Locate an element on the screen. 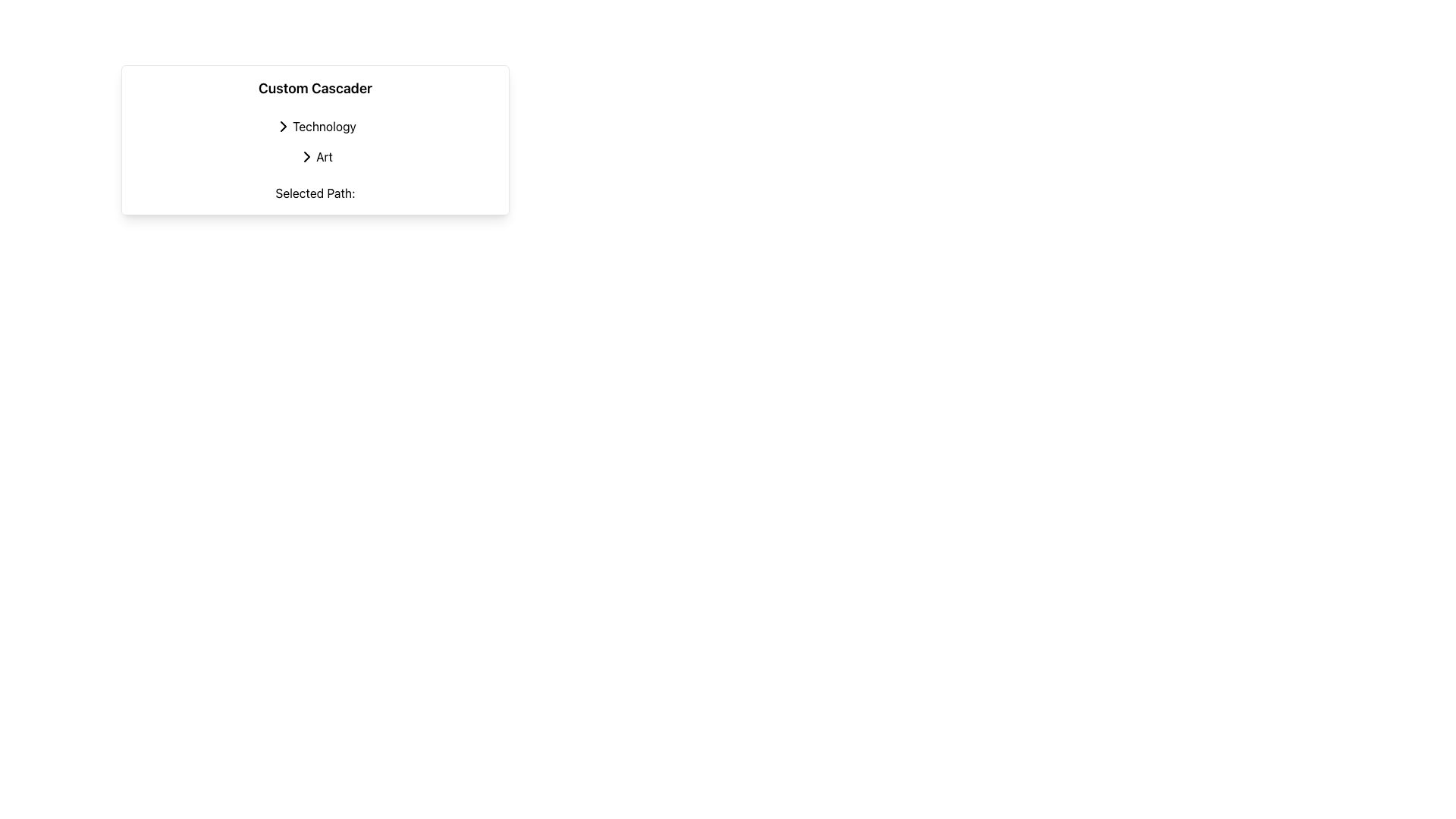 The height and width of the screenshot is (819, 1456). the 'Custom Cascader' text element, which is displayed in bold at the top of a card-like structure, centered above 'Technology' and 'Art' items is located at coordinates (315, 88).